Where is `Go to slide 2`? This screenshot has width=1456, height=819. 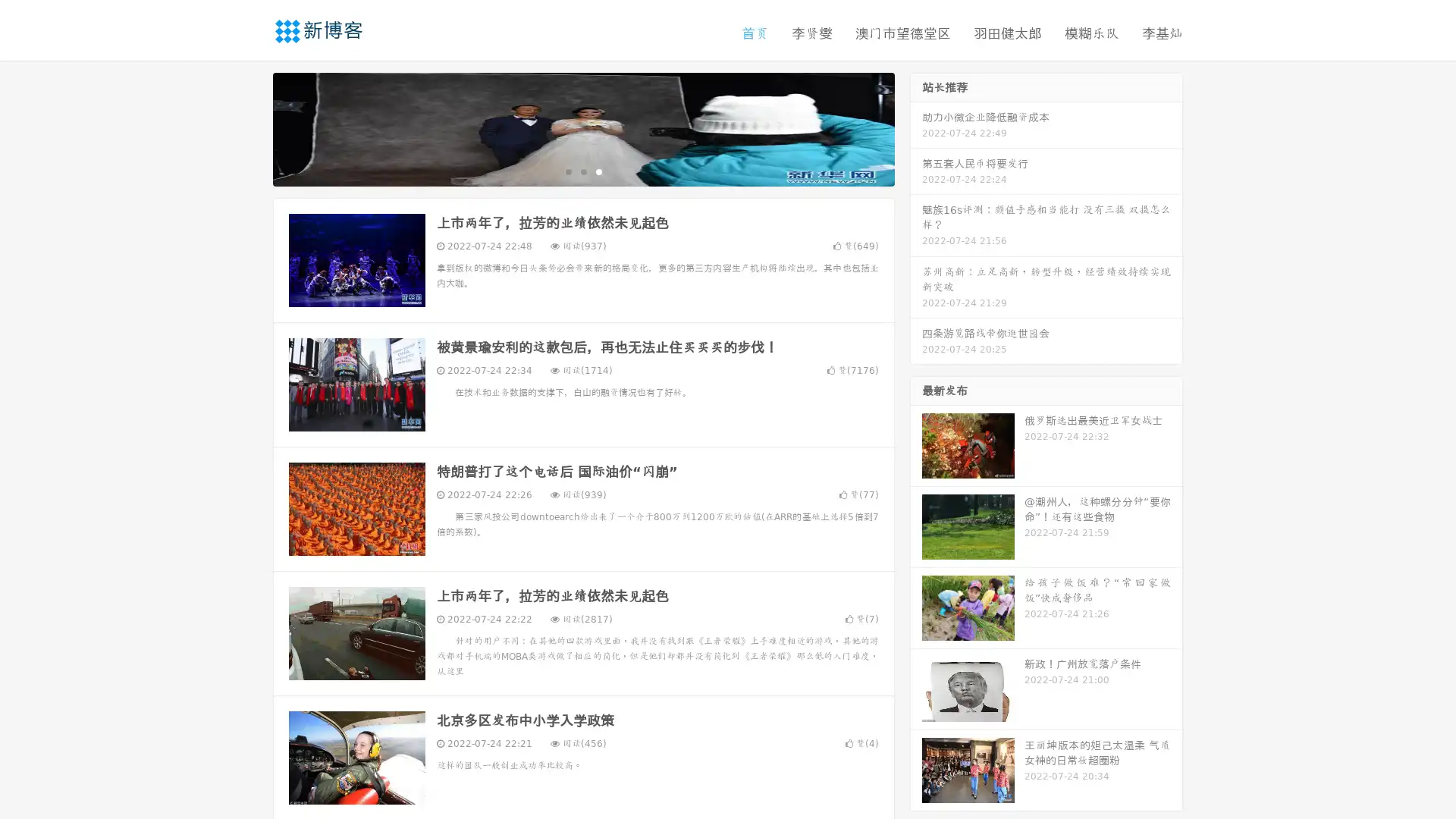 Go to slide 2 is located at coordinates (582, 171).